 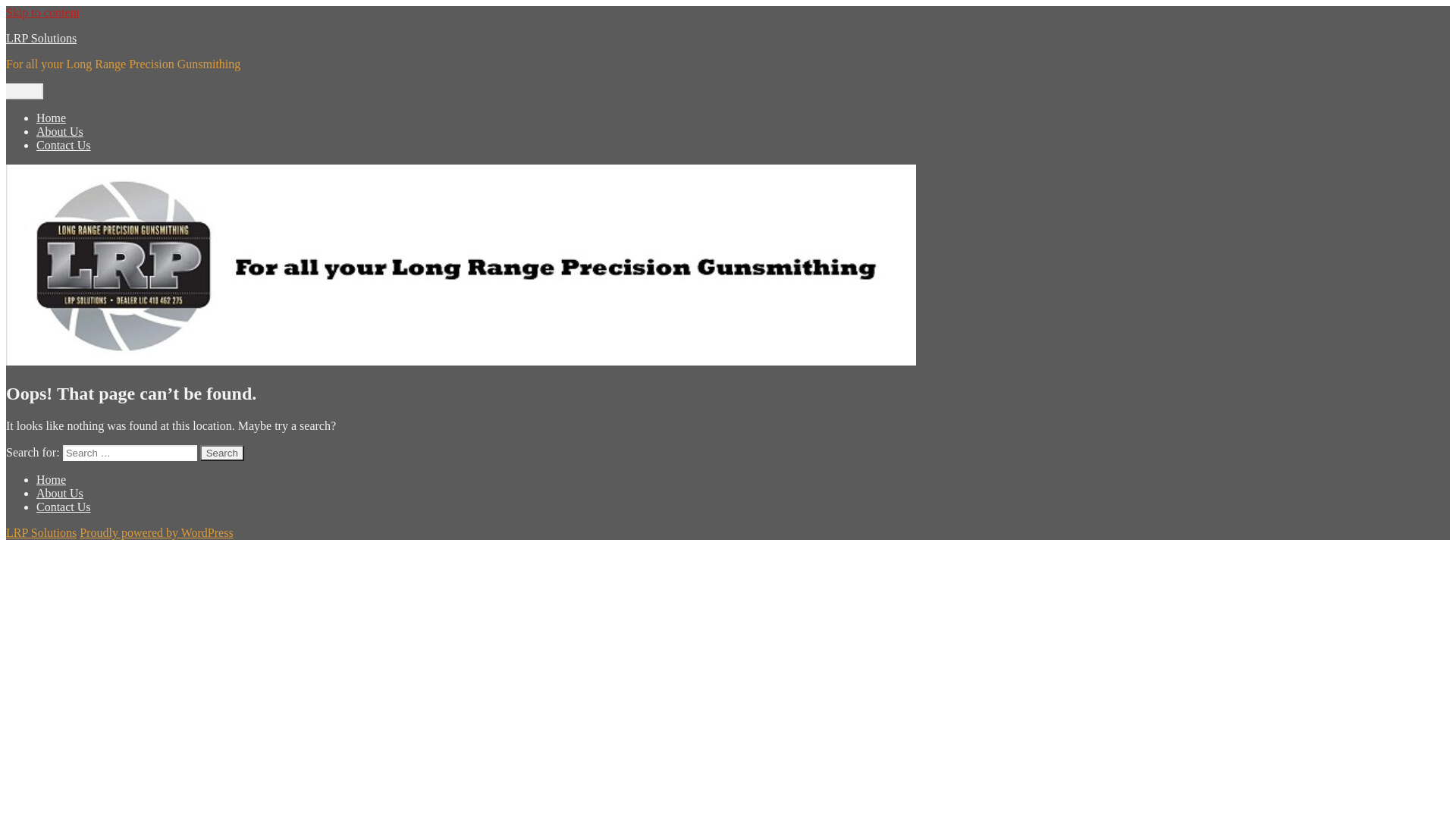 I want to click on 'LRP Solutions', so click(x=6, y=37).